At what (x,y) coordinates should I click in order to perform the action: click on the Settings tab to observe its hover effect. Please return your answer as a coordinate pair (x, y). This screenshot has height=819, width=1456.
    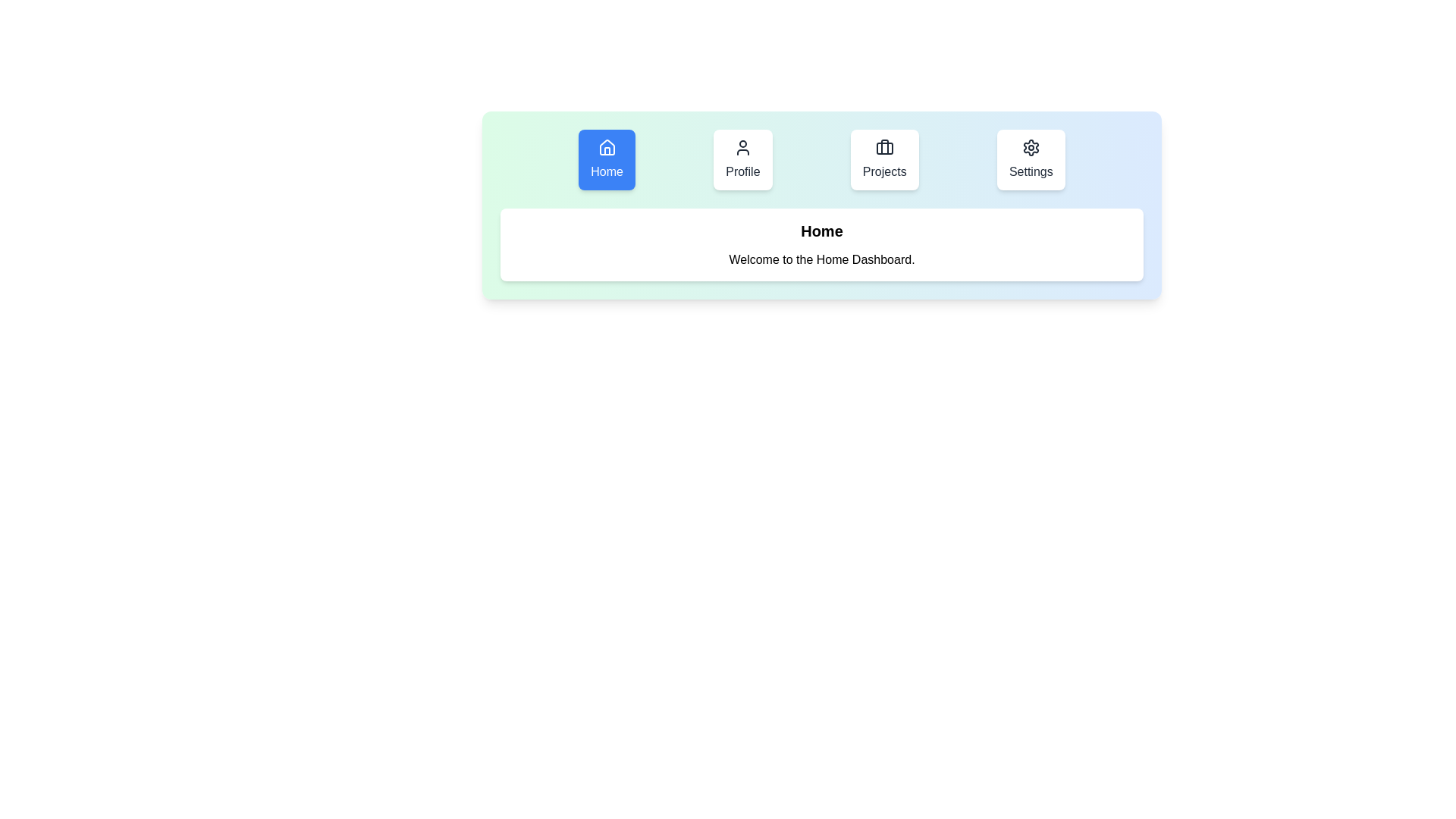
    Looking at the image, I should click on (1031, 160).